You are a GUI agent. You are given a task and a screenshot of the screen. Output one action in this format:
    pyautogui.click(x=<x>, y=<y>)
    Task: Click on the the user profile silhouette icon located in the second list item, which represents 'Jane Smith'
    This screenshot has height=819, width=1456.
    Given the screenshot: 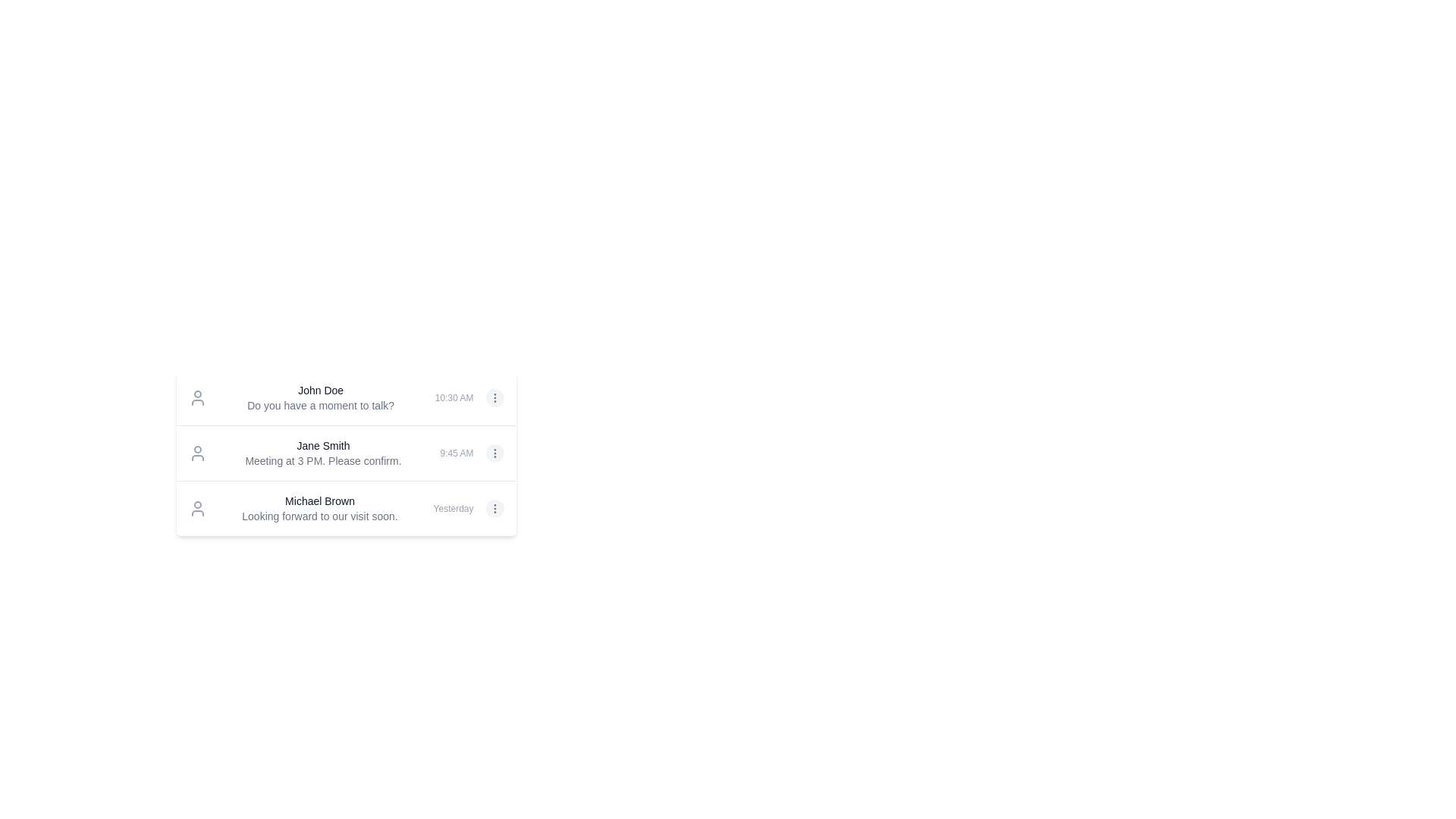 What is the action you would take?
    pyautogui.click(x=196, y=452)
    